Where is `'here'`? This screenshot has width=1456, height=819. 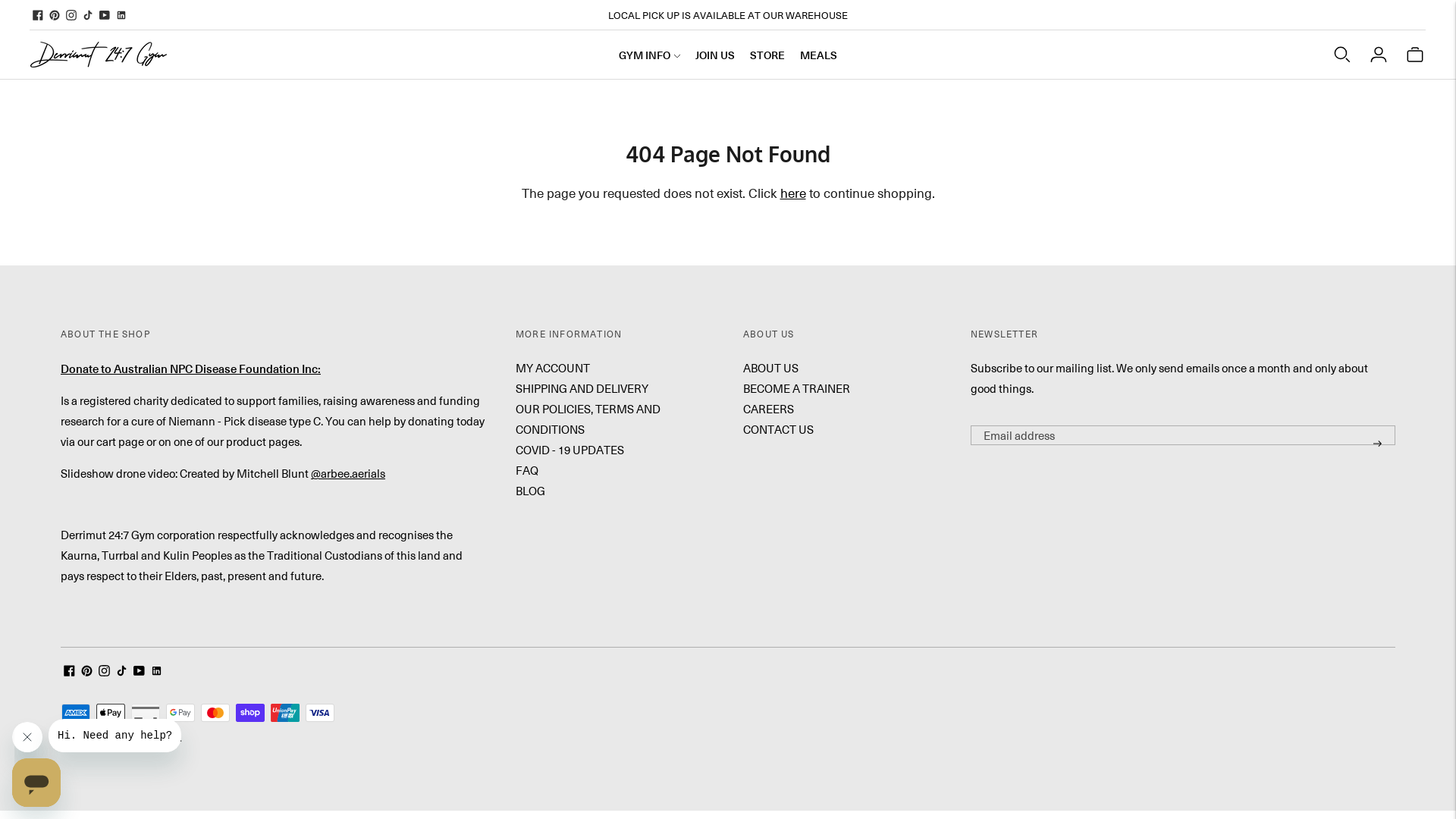 'here' is located at coordinates (792, 192).